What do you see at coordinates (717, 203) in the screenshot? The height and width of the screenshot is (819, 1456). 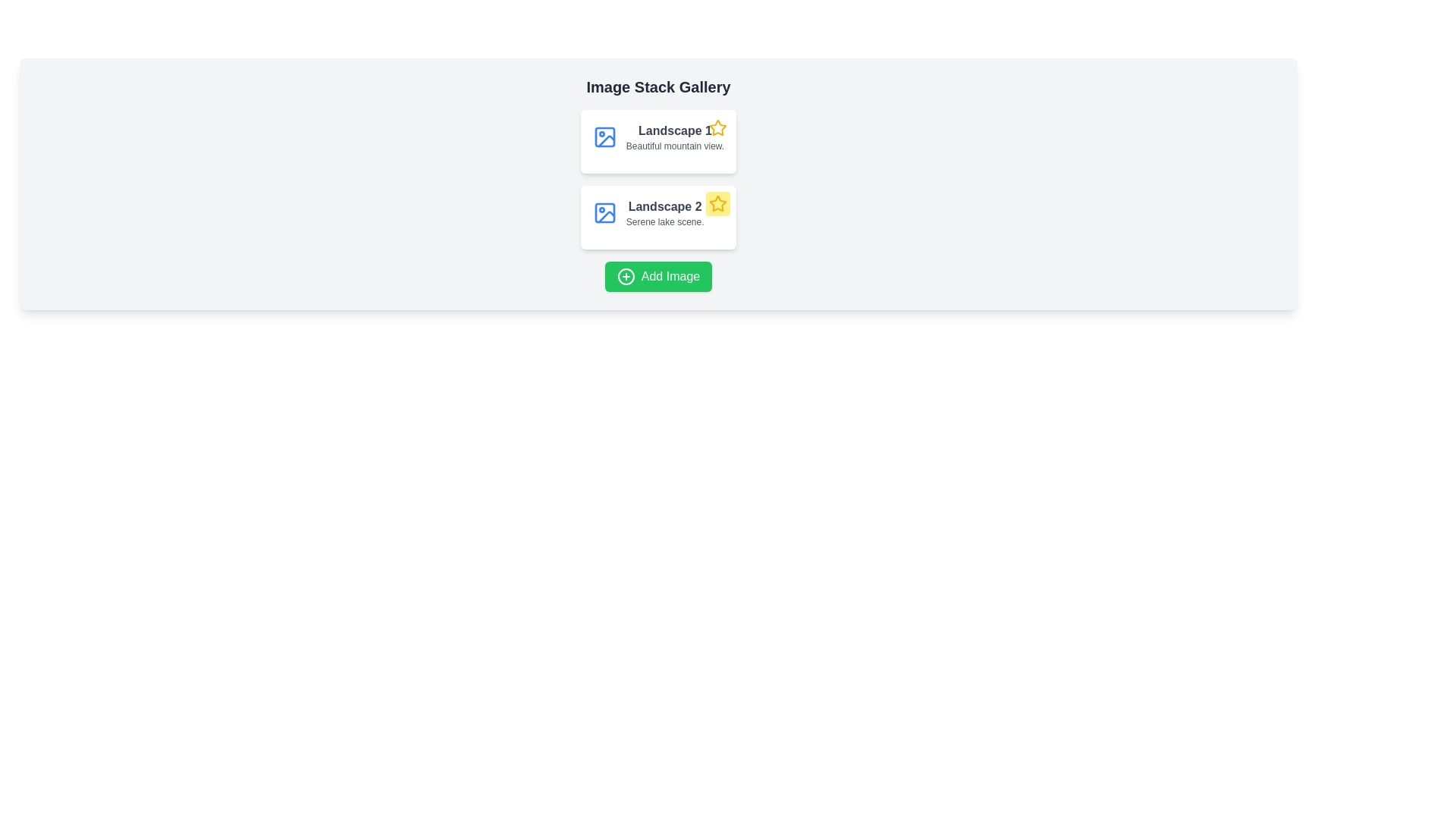 I see `the interactive favorite button/icon located at the top-right corner of the card displaying 'Landscape 2'` at bounding box center [717, 203].